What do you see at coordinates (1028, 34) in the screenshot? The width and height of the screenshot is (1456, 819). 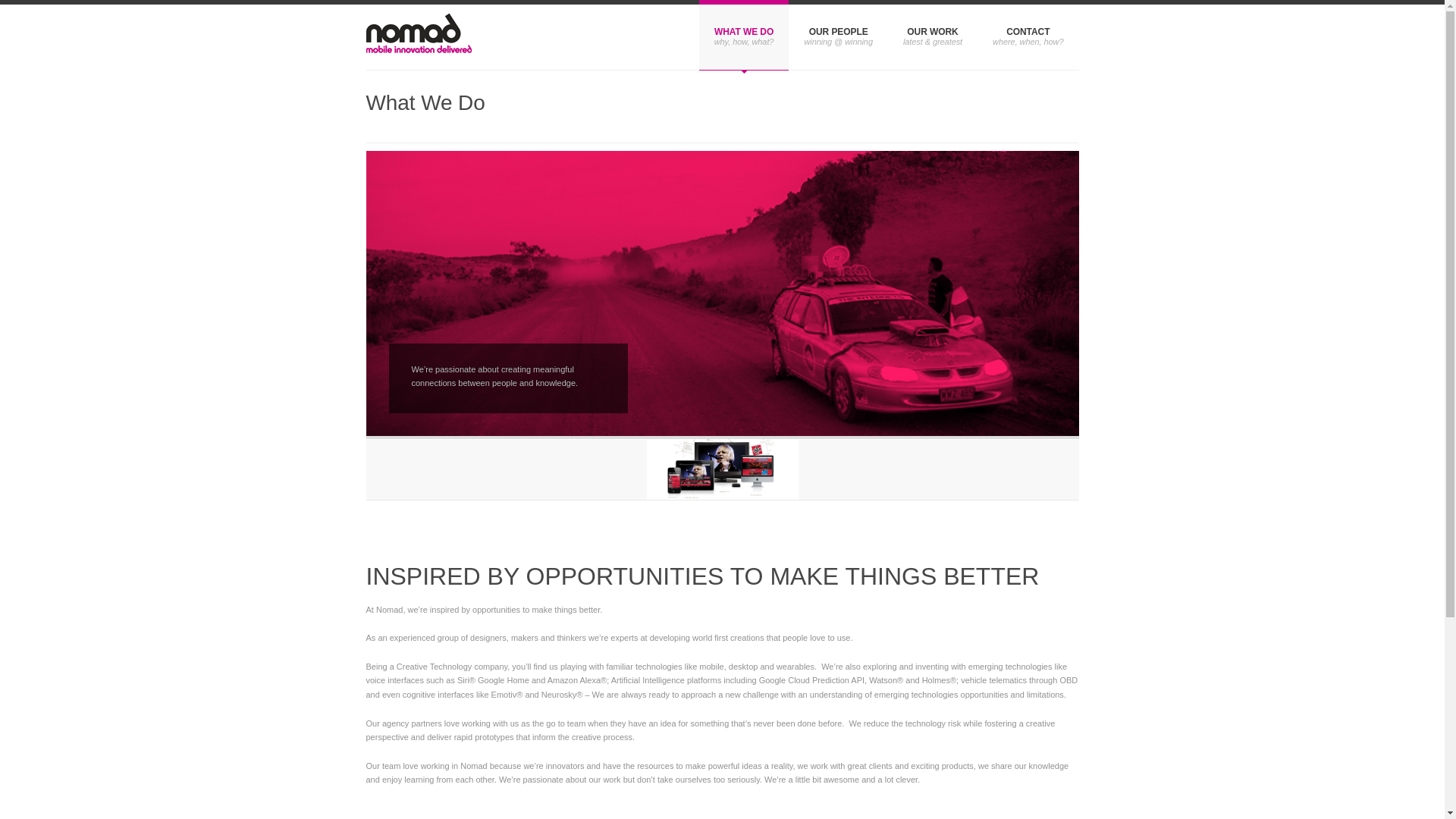 I see `'CONTACT'` at bounding box center [1028, 34].